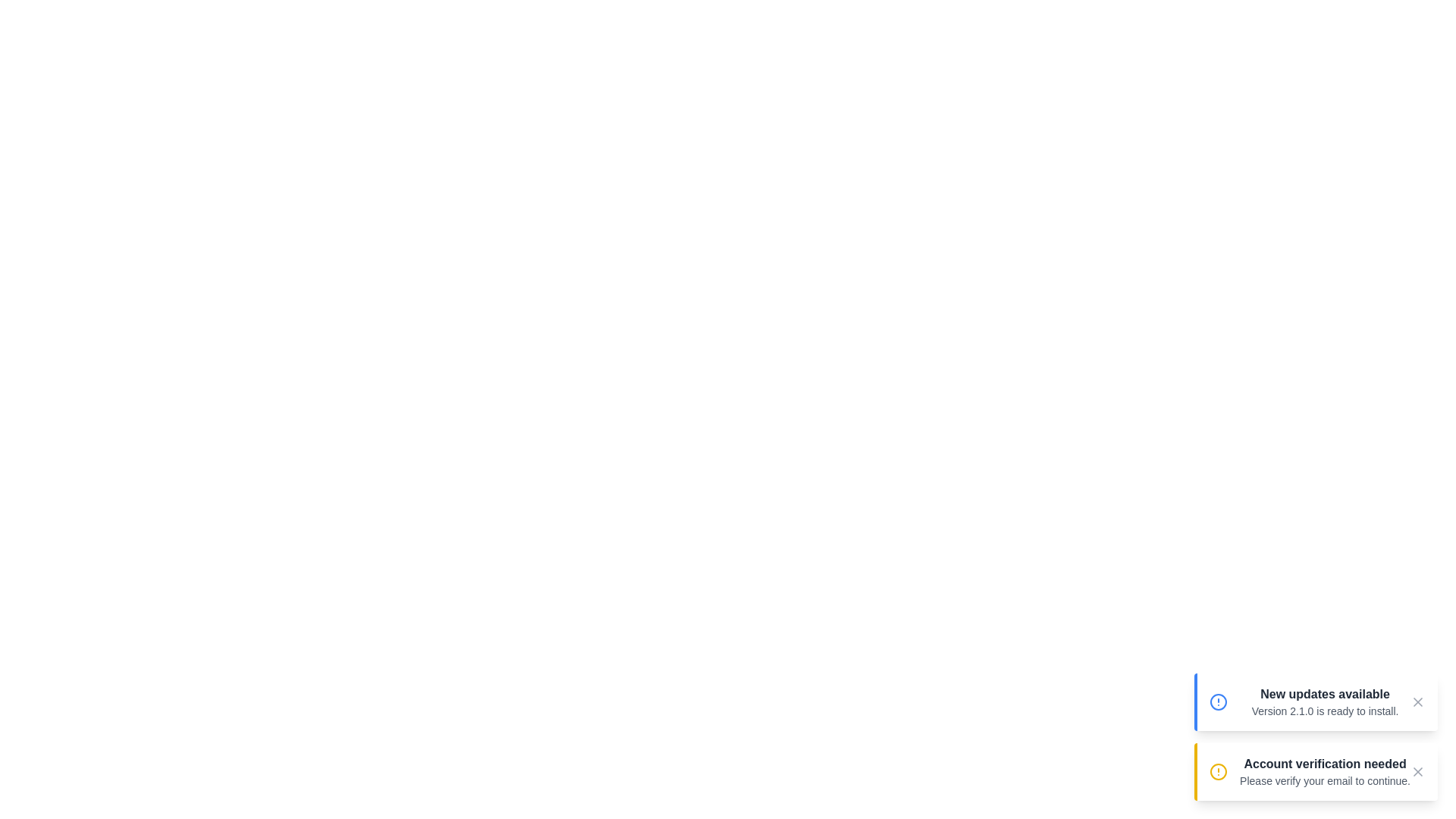  What do you see at coordinates (1219, 701) in the screenshot?
I see `the notification icon corresponding to info` at bounding box center [1219, 701].